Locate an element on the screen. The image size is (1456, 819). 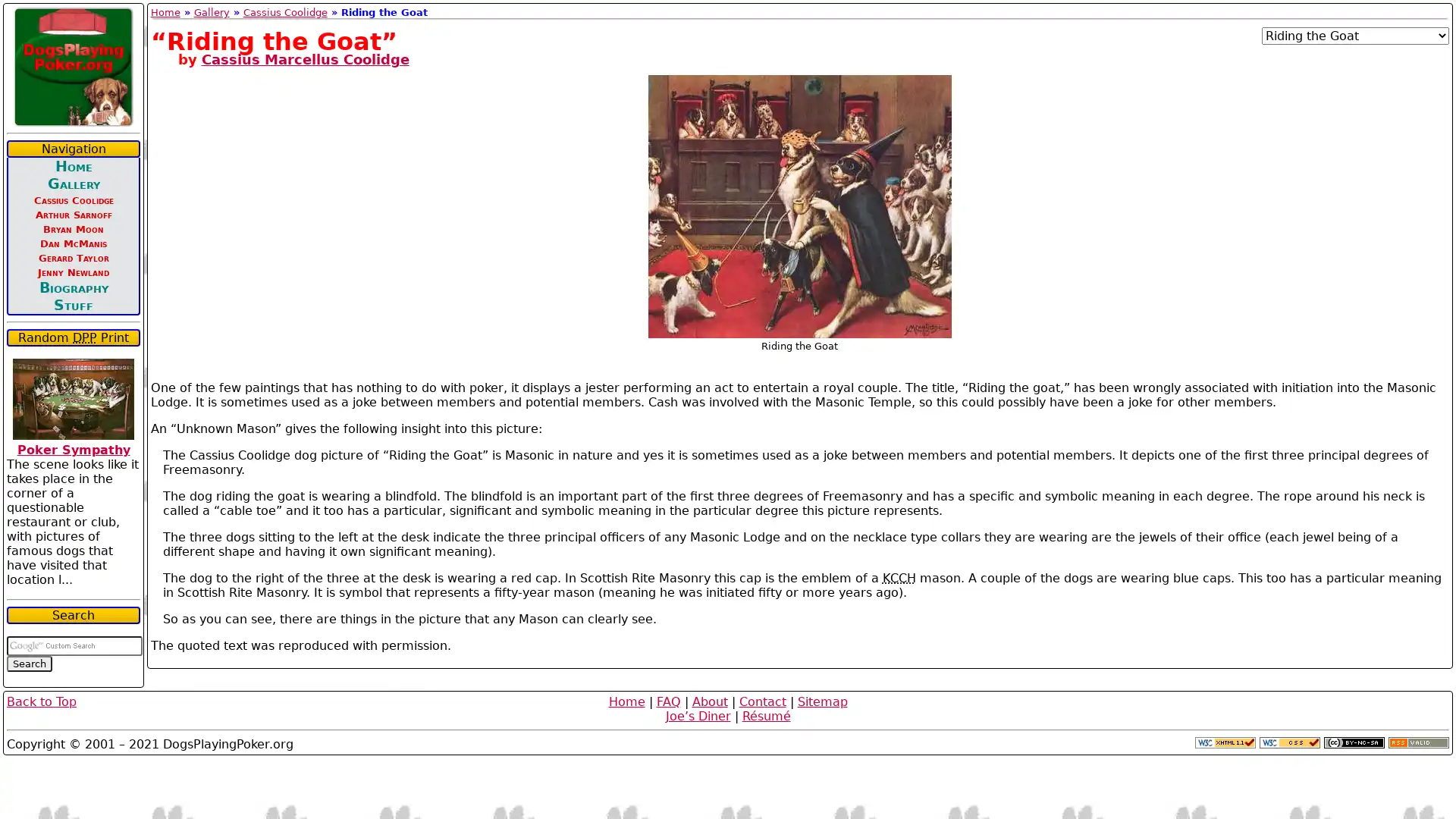
Search is located at coordinates (29, 663).